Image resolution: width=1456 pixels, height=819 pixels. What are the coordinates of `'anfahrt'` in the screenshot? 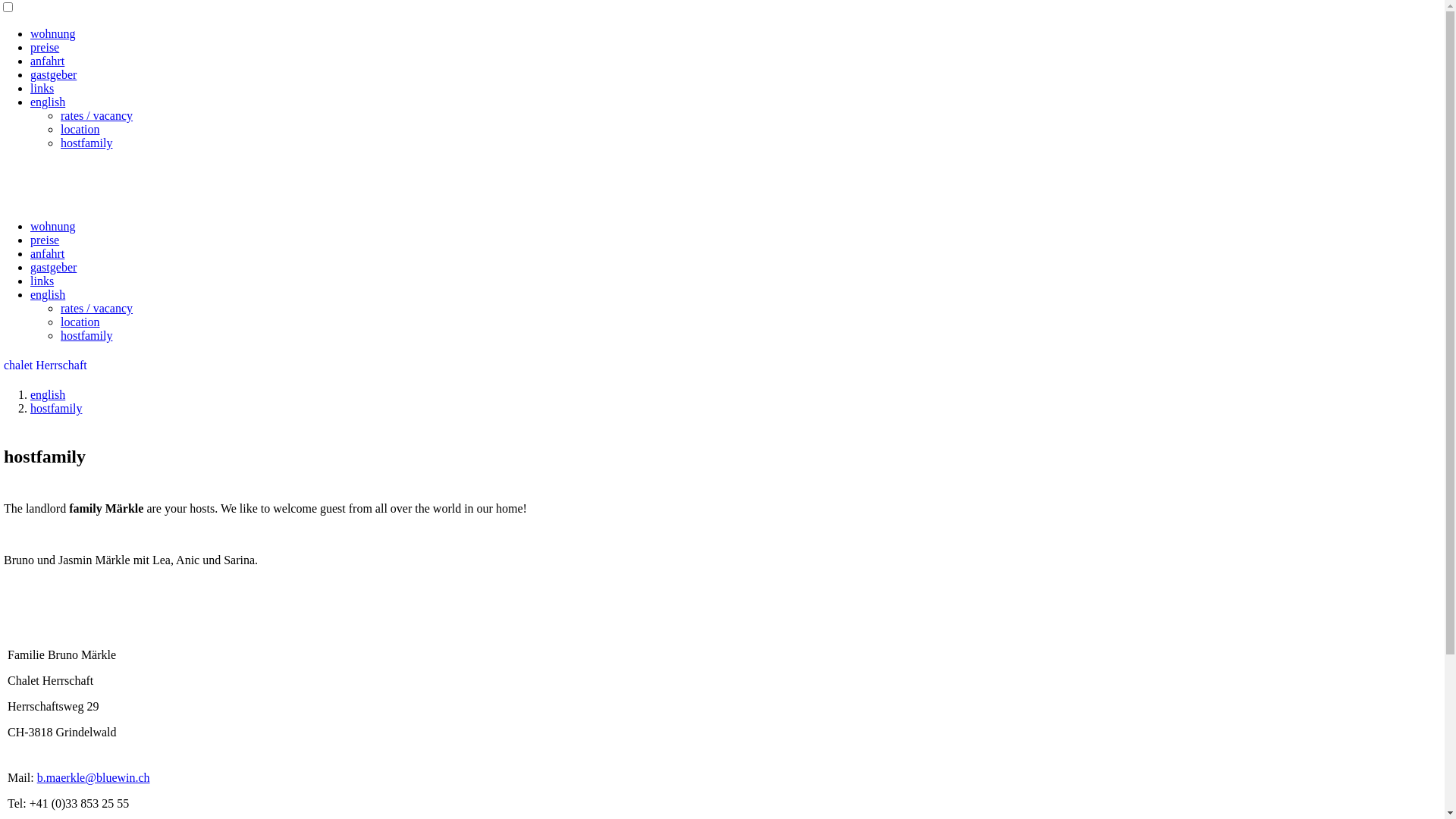 It's located at (30, 253).